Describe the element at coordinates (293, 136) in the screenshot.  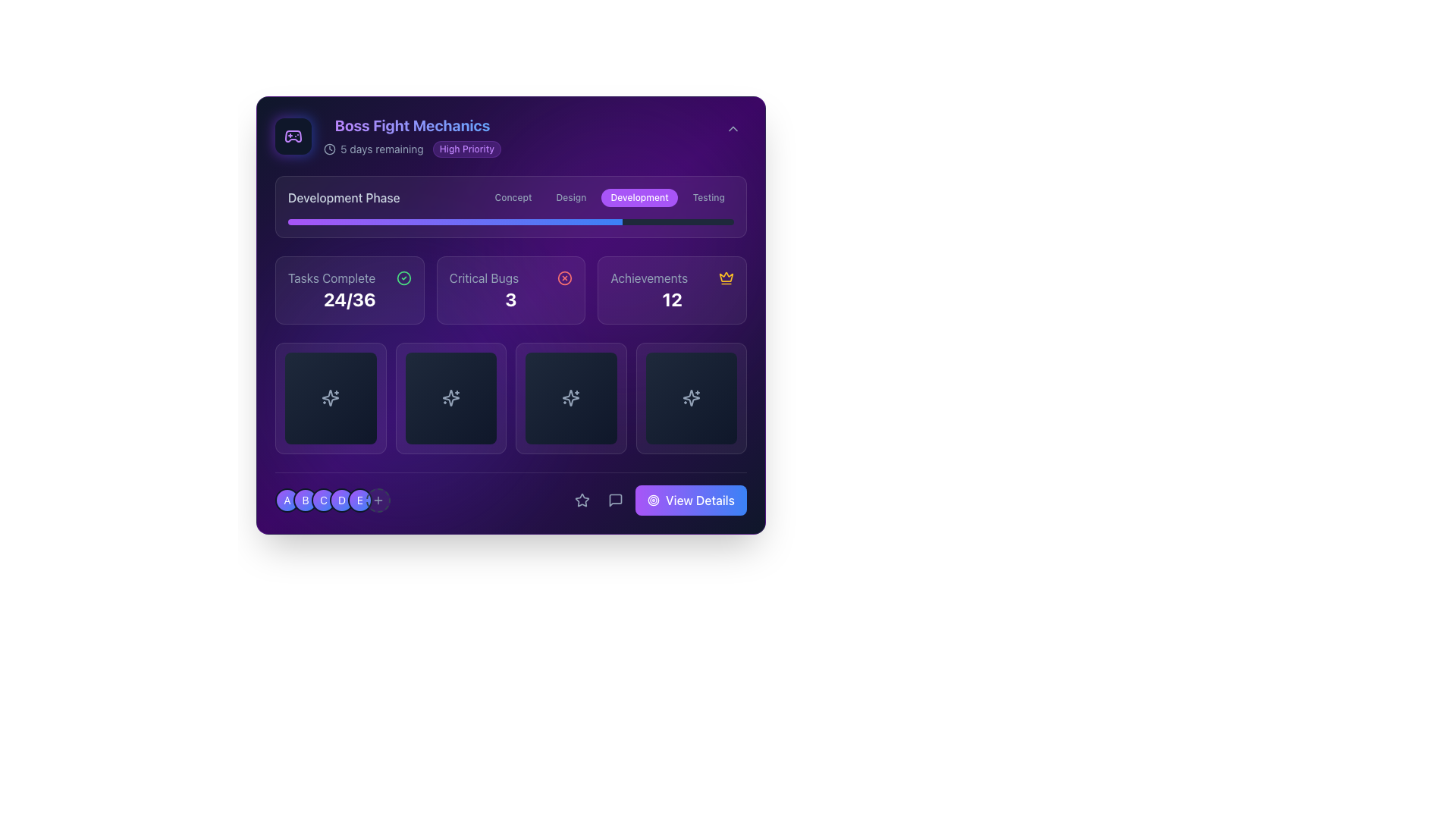
I see `the stylized game controller icon located in the upper left corner of the interface, adjacent` at that location.